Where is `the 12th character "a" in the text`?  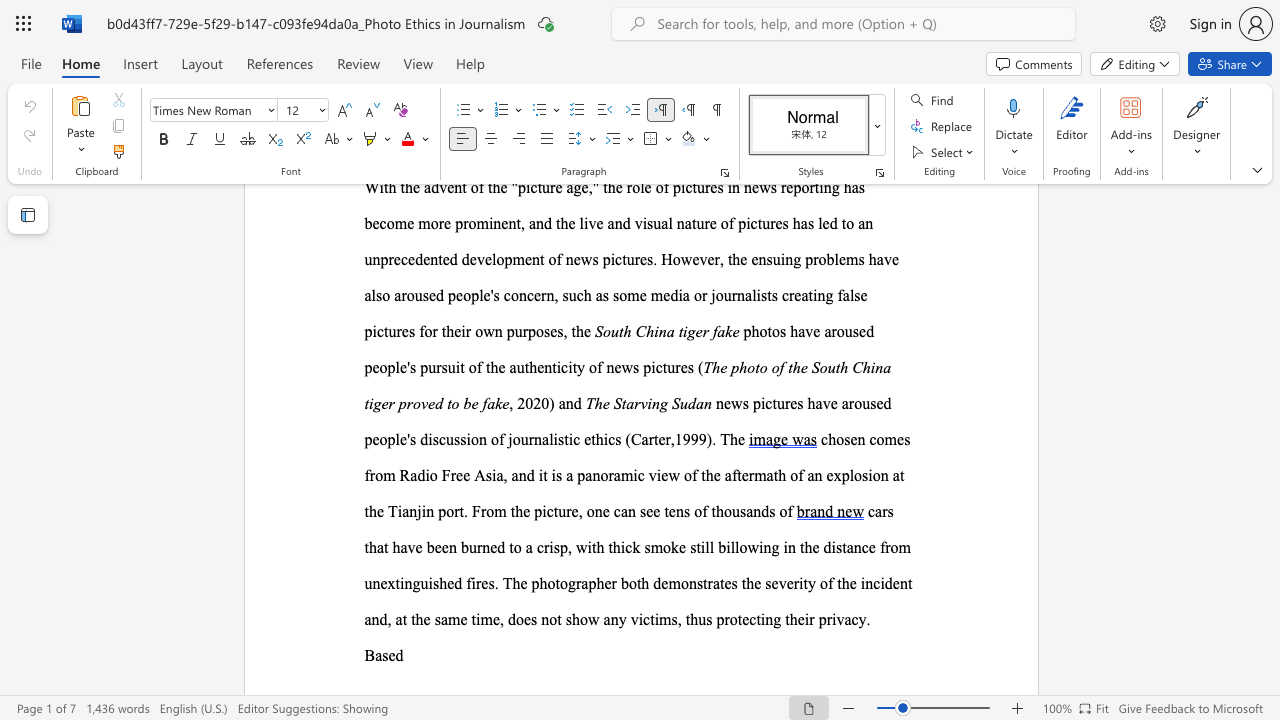 the 12th character "a" in the text is located at coordinates (623, 510).